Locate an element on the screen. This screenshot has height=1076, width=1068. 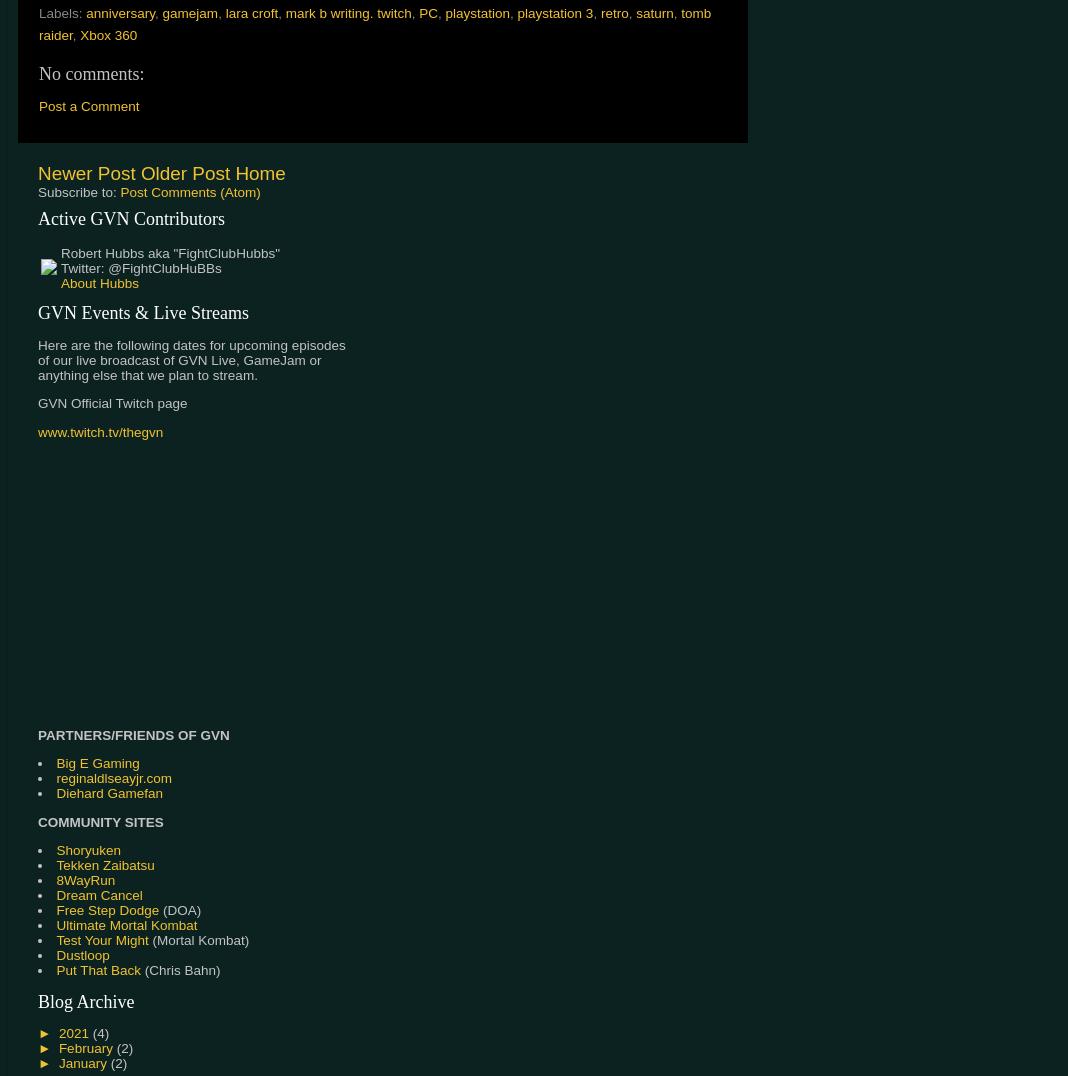
'Post a Comment' is located at coordinates (37, 104).